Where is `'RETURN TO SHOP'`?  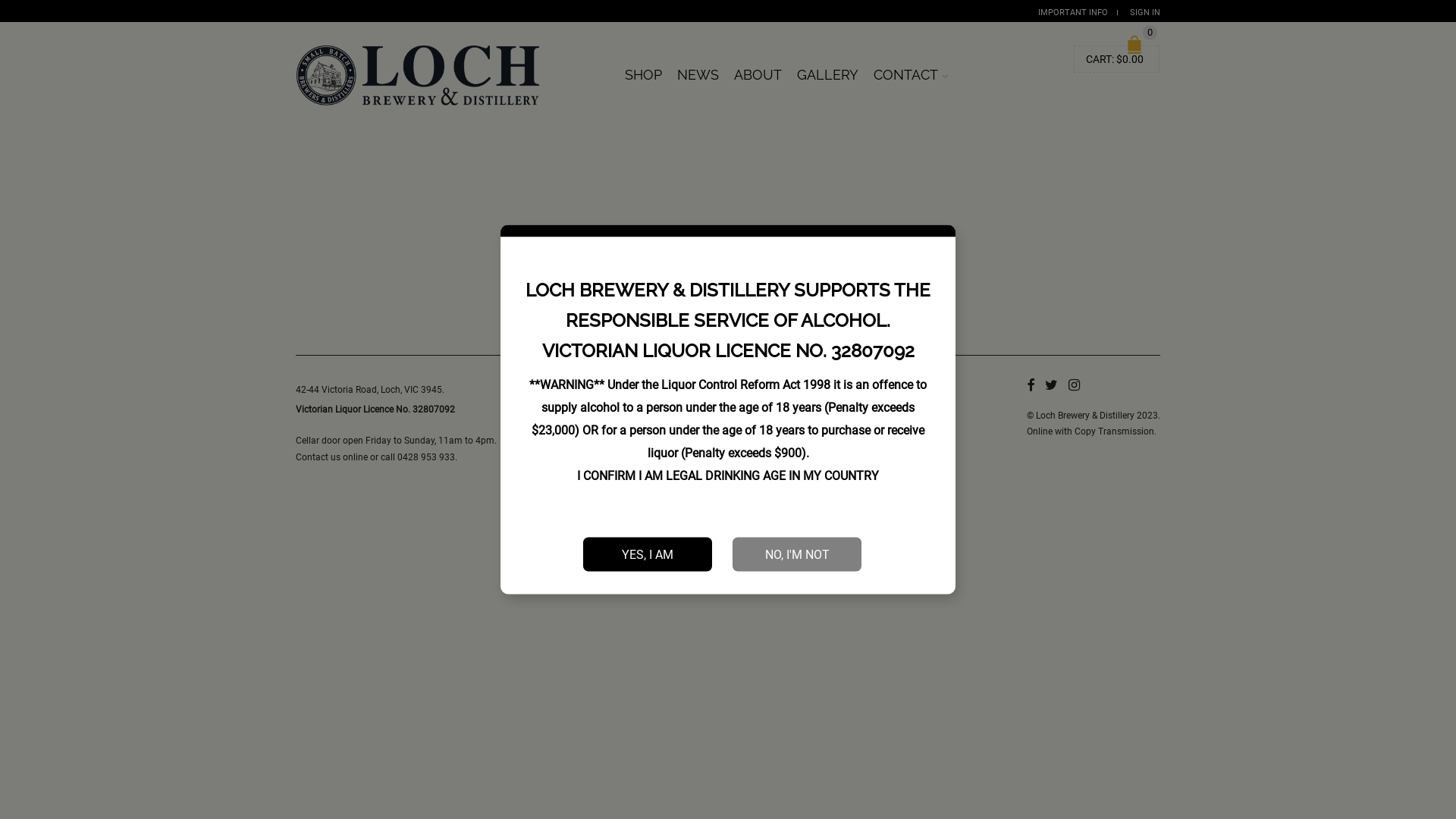
'RETURN TO SHOP' is located at coordinates (726, 287).